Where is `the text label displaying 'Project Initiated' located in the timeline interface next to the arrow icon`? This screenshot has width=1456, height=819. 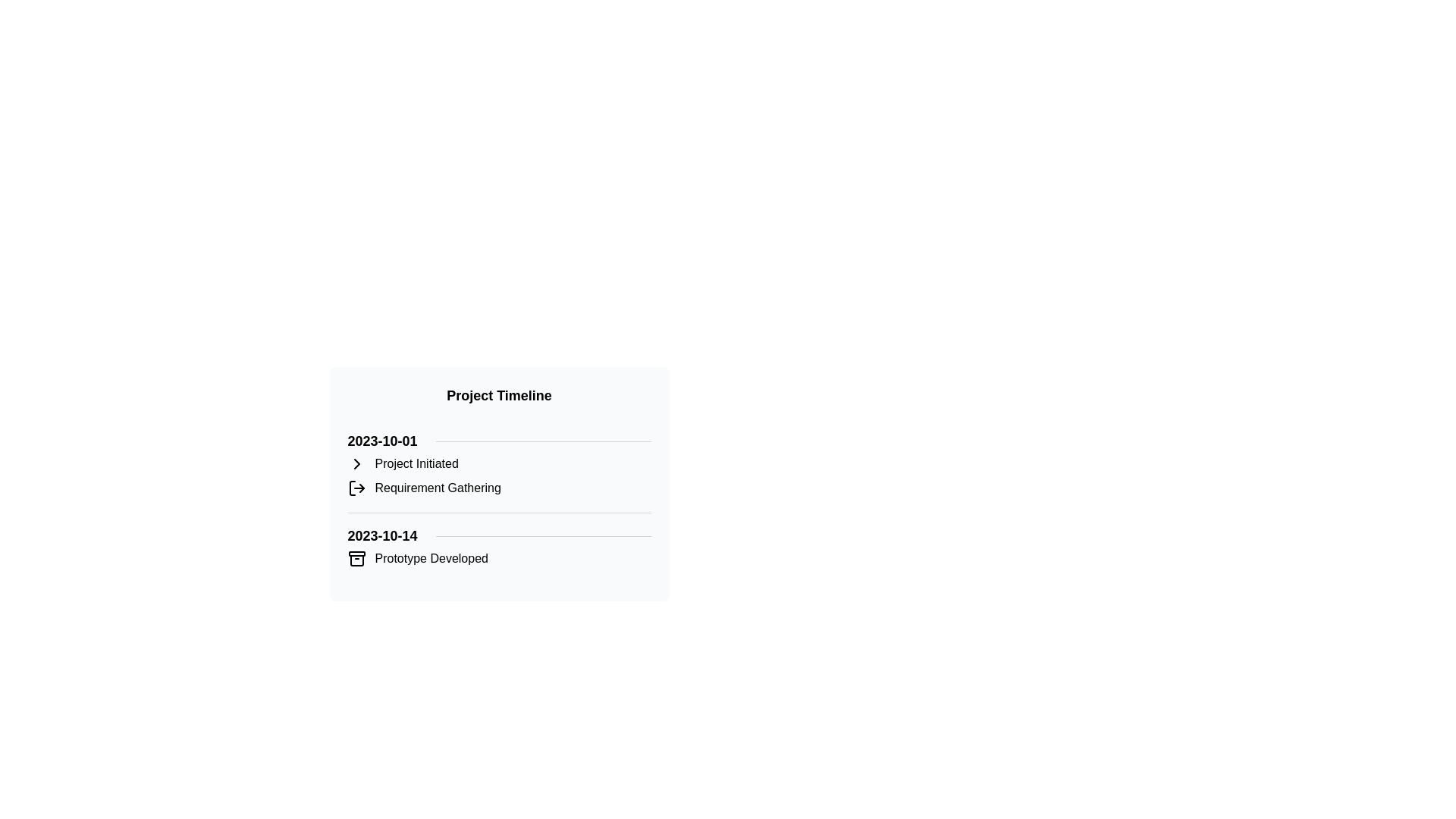 the text label displaying 'Project Initiated' located in the timeline interface next to the arrow icon is located at coordinates (416, 463).